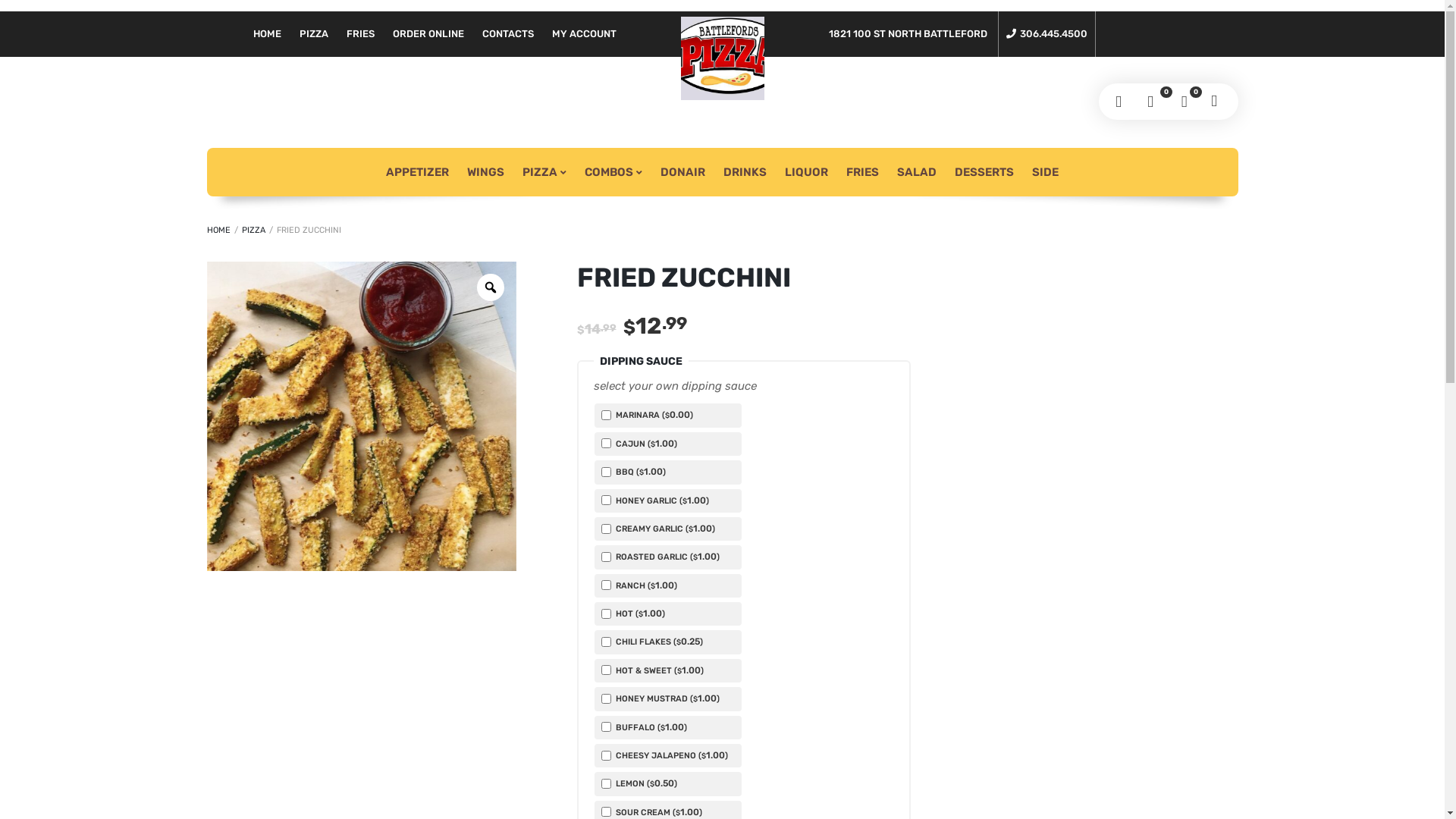 This screenshot has height=819, width=1456. Describe the element at coordinates (473, 34) in the screenshot. I see `'CONTACTS'` at that location.